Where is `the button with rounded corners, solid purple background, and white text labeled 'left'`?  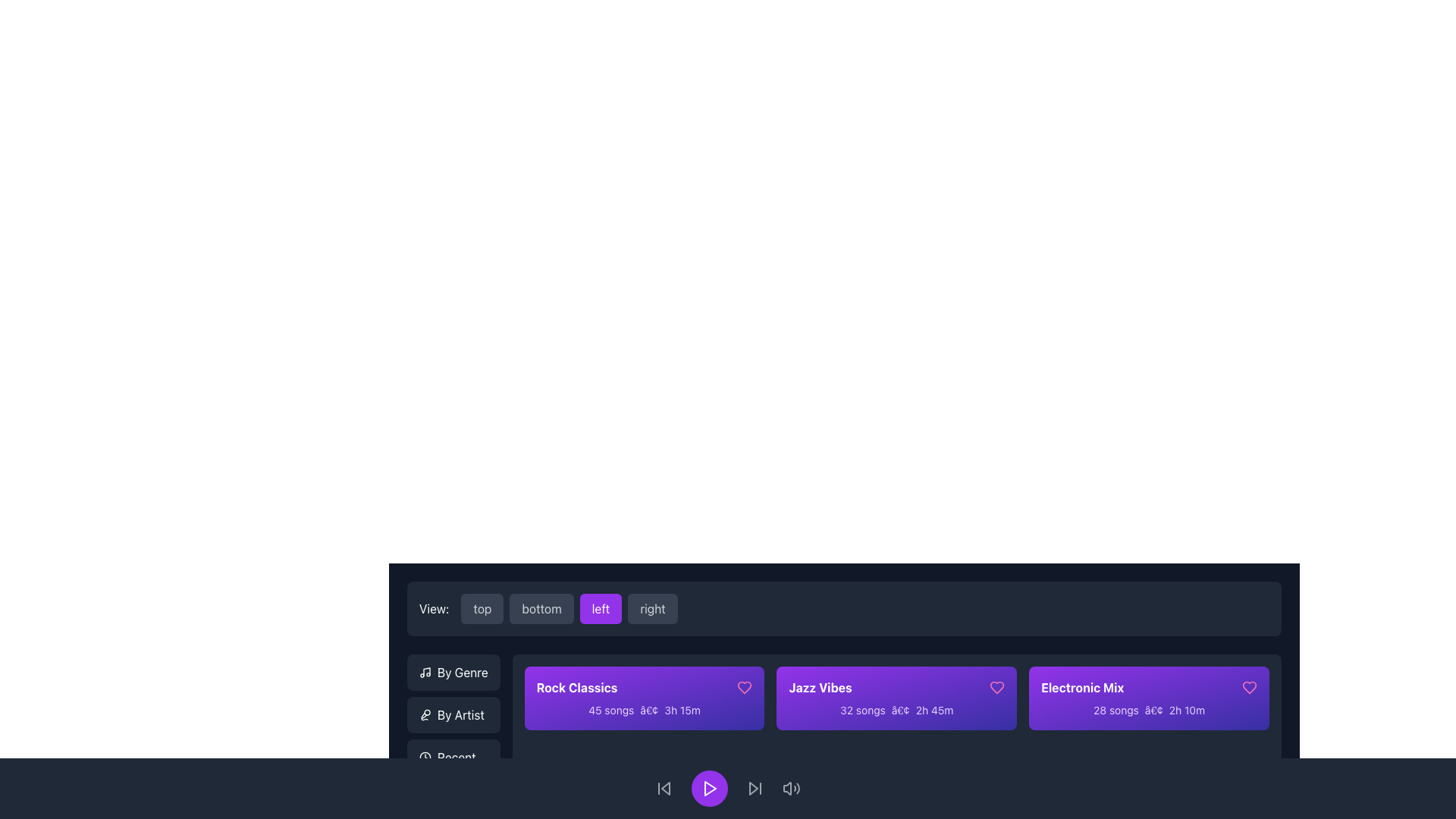
the button with rounded corners, solid purple background, and white text labeled 'left' is located at coordinates (600, 607).